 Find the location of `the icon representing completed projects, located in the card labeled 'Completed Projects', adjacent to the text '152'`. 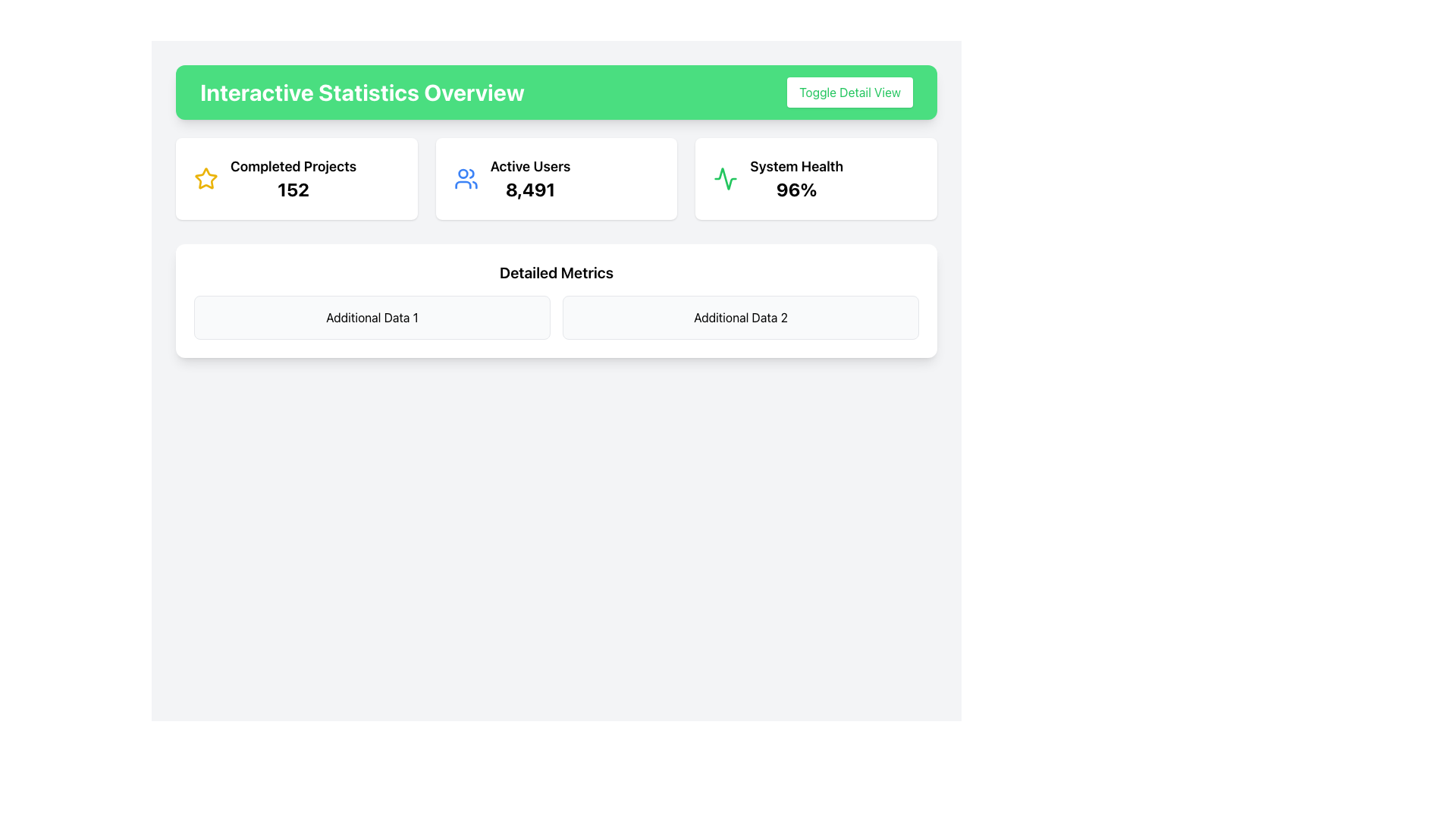

the icon representing completed projects, located in the card labeled 'Completed Projects', adjacent to the text '152' is located at coordinates (206, 177).